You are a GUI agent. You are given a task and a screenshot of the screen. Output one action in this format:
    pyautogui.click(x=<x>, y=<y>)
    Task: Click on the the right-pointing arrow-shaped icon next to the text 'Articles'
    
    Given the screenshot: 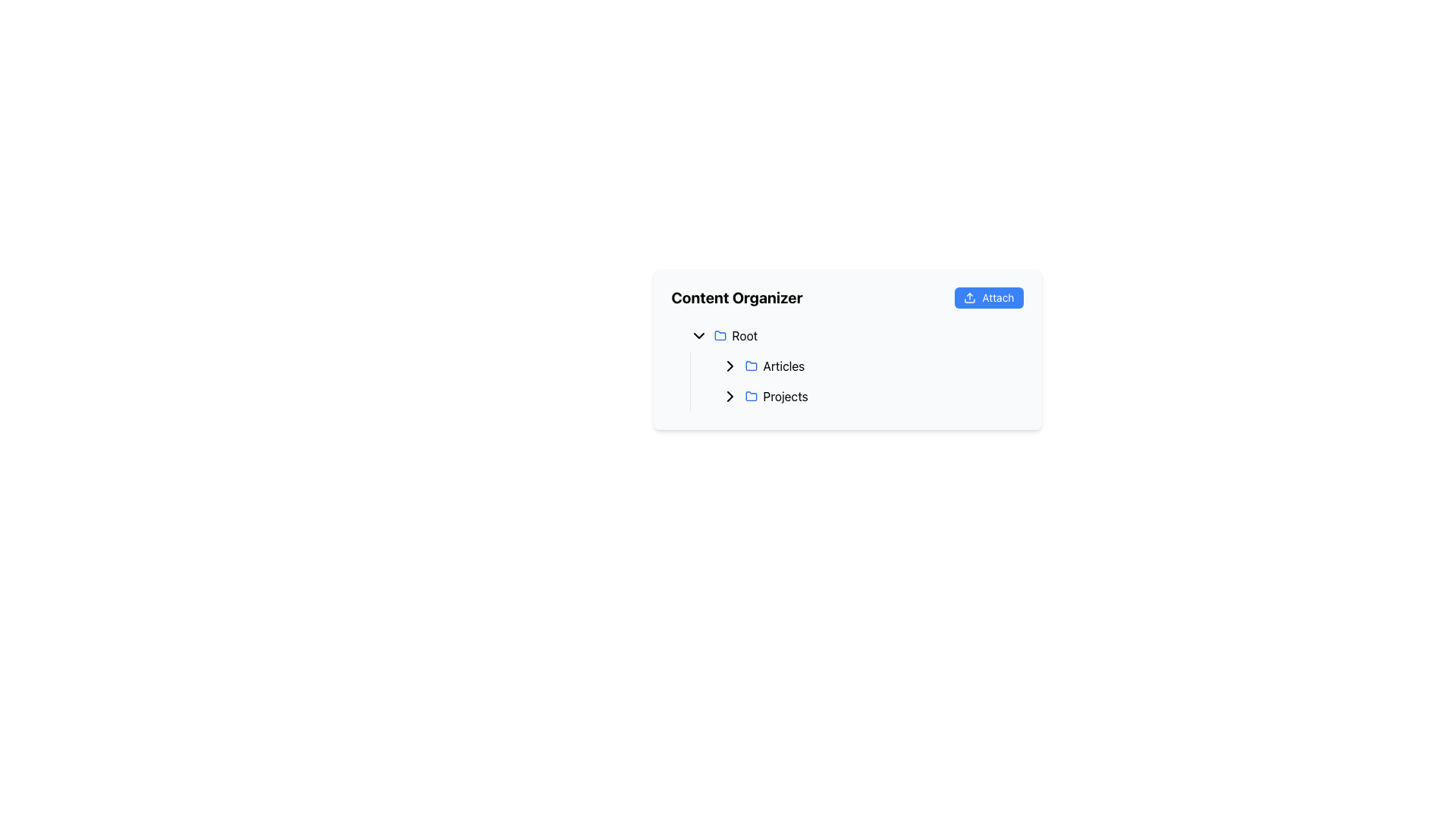 What is the action you would take?
    pyautogui.click(x=730, y=366)
    